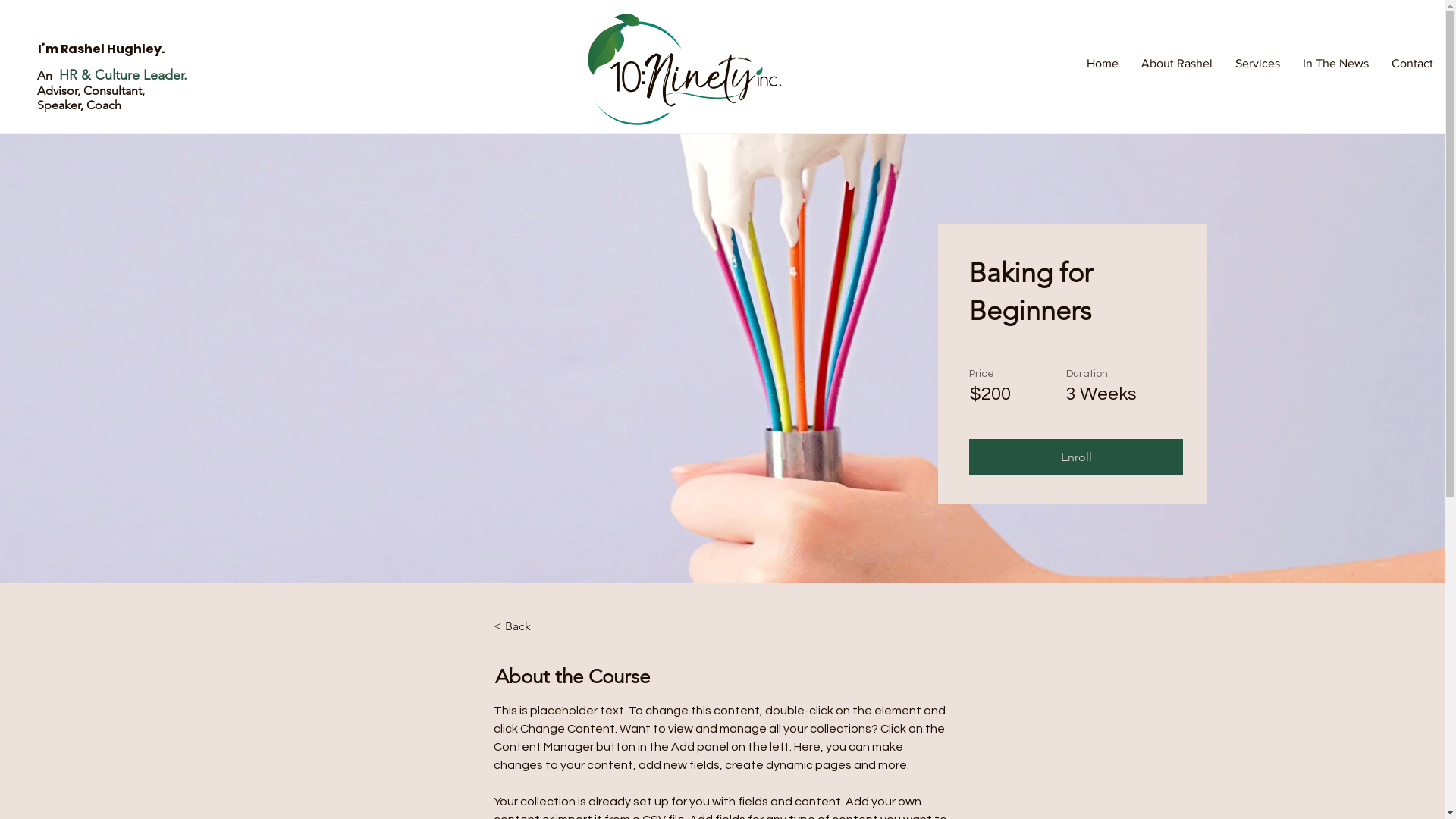 The height and width of the screenshot is (819, 1456). Describe the element at coordinates (535, 626) in the screenshot. I see `'< Back'` at that location.